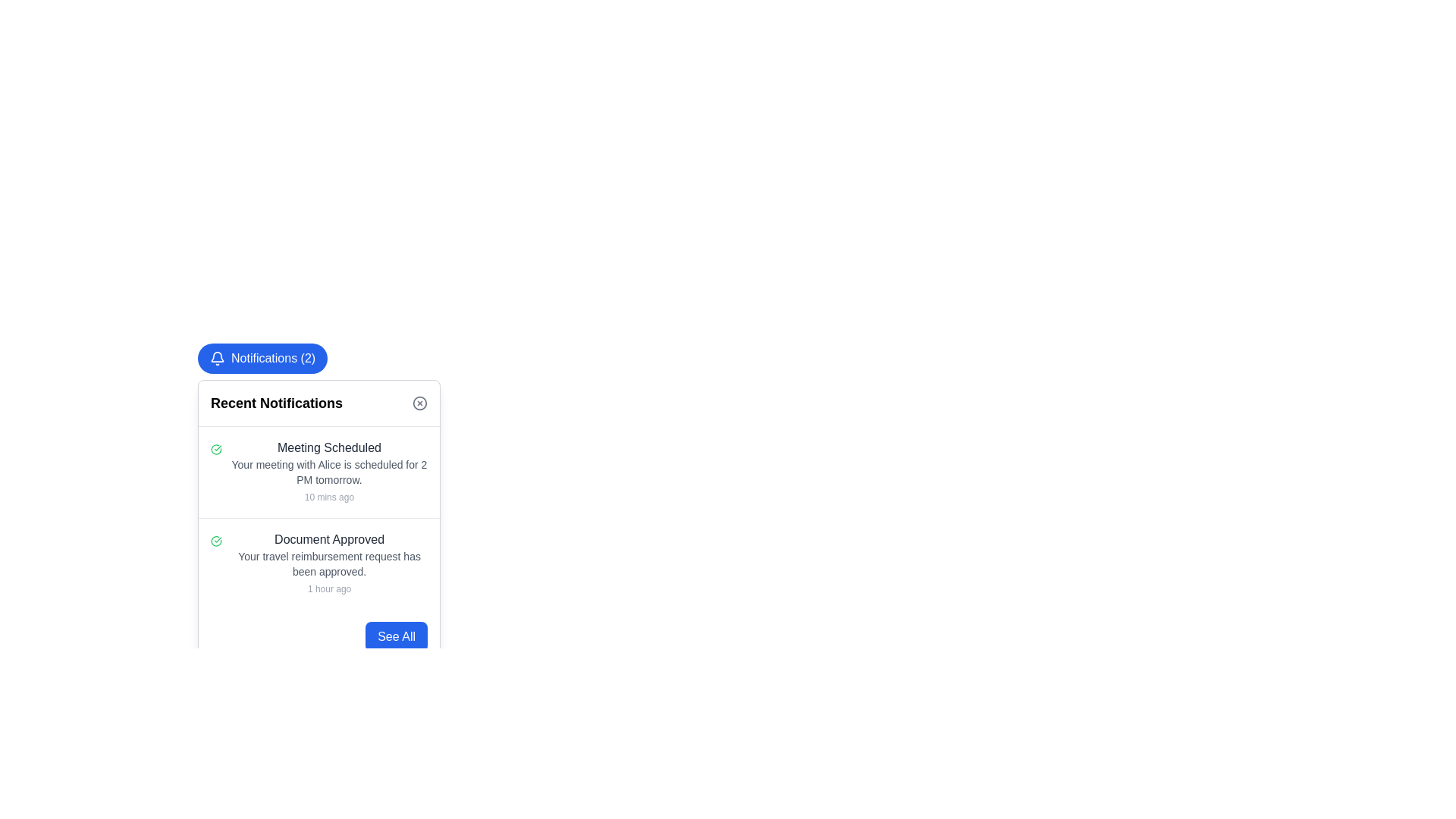 This screenshot has height=819, width=1456. What do you see at coordinates (217, 359) in the screenshot?
I see `the bell-shaped notification icon with a blue background and white outline located to the left of the 'Notifications (2)' button` at bounding box center [217, 359].